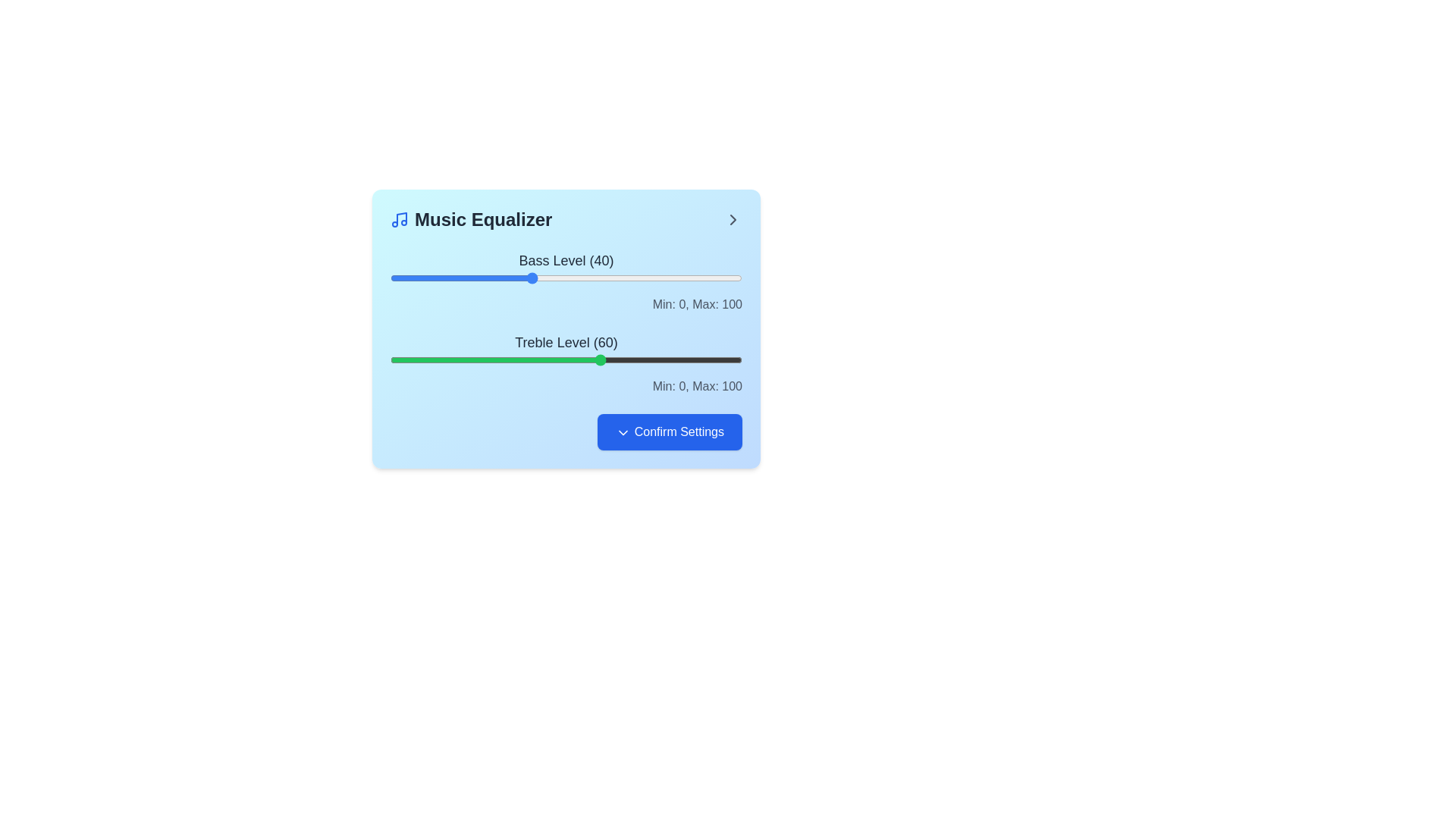 This screenshot has width=1456, height=819. I want to click on the chevron-right icon, which is located in the upper right corner of the music equalizer settings section, so click(733, 219).